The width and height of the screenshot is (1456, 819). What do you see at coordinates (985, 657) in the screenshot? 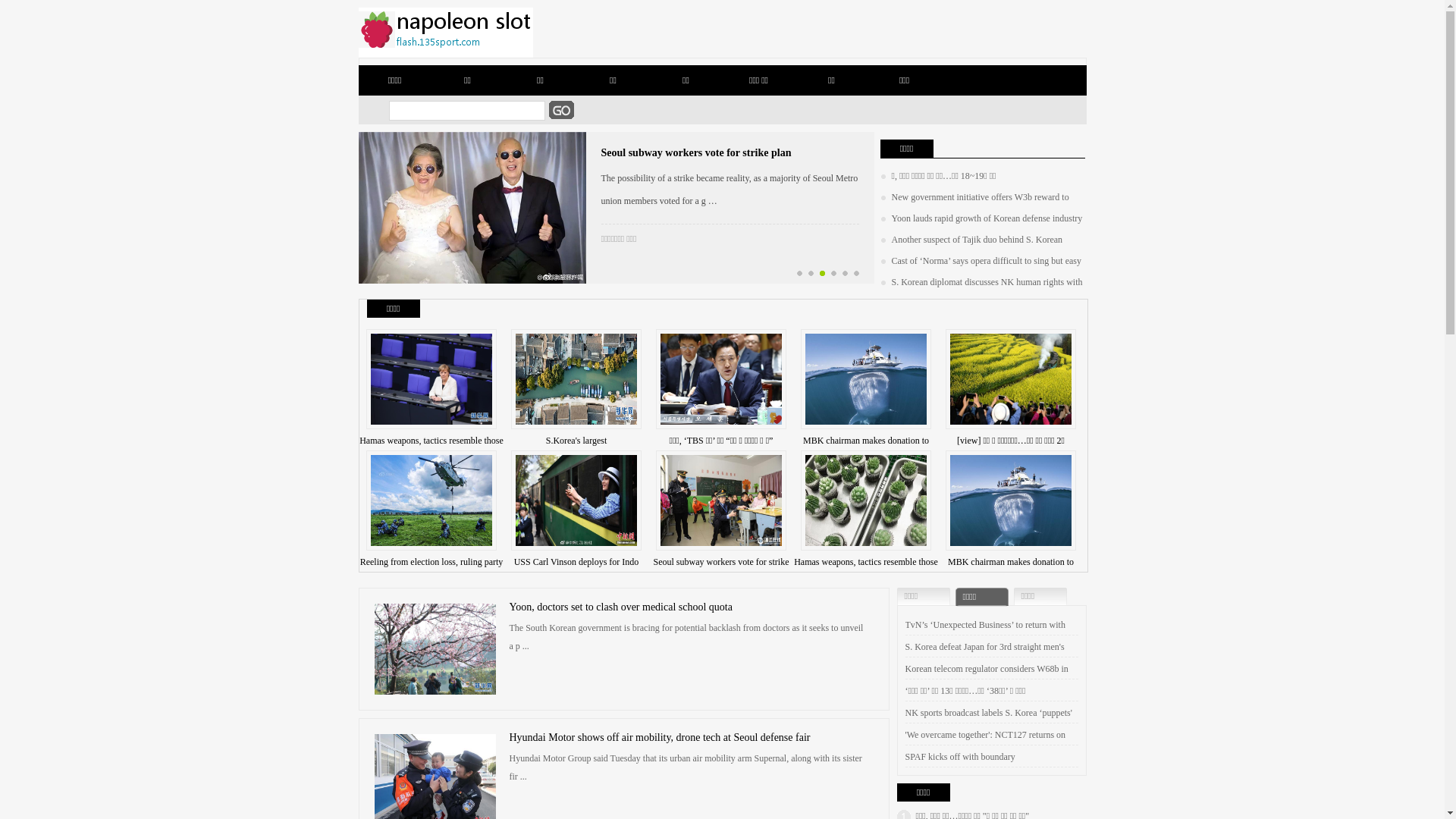
I see `'S. Korea defeat Japan for 3rd straight men's football gold'` at bounding box center [985, 657].